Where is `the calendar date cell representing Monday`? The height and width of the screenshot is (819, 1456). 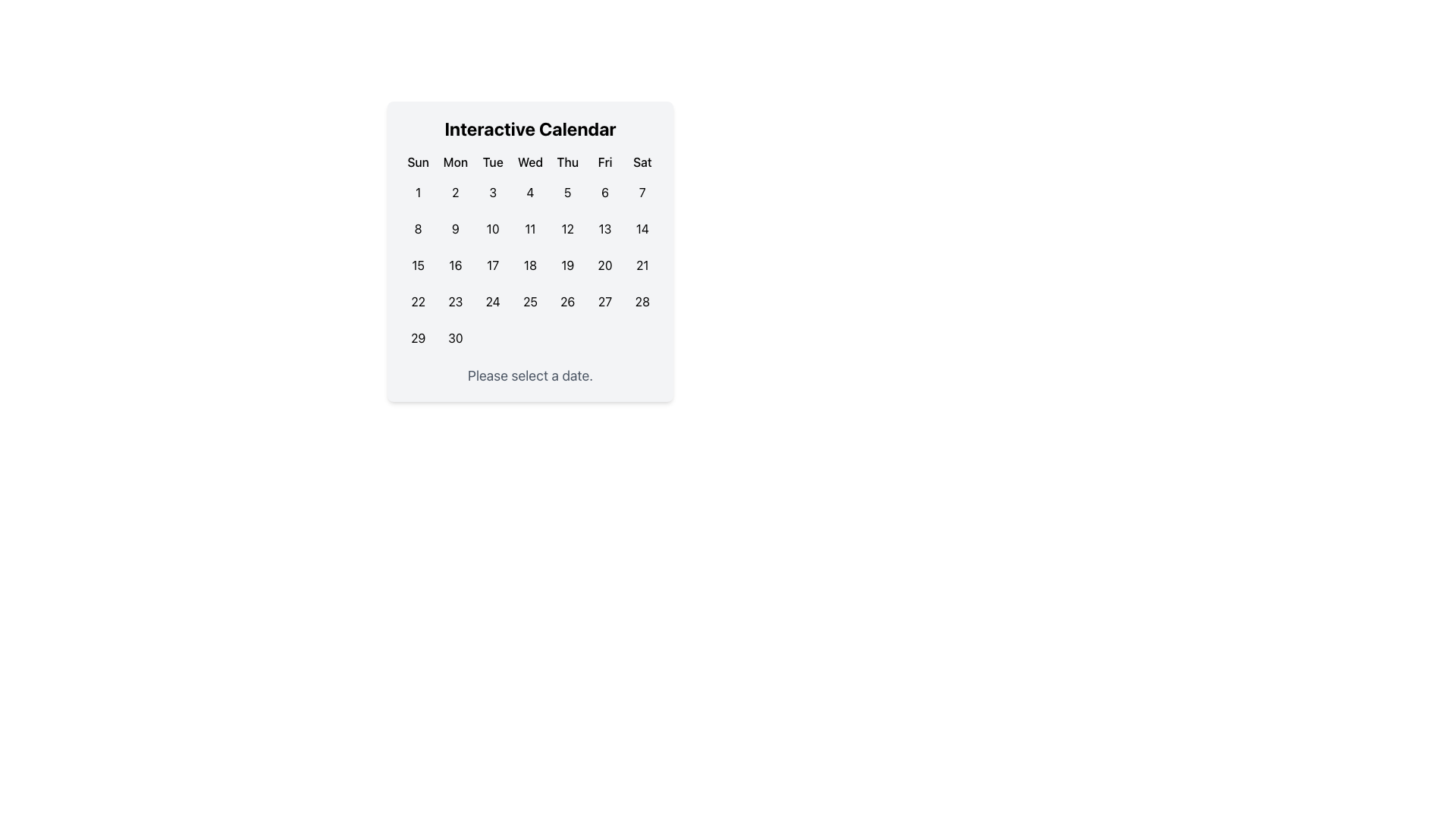
the calendar date cell representing Monday is located at coordinates (454, 265).